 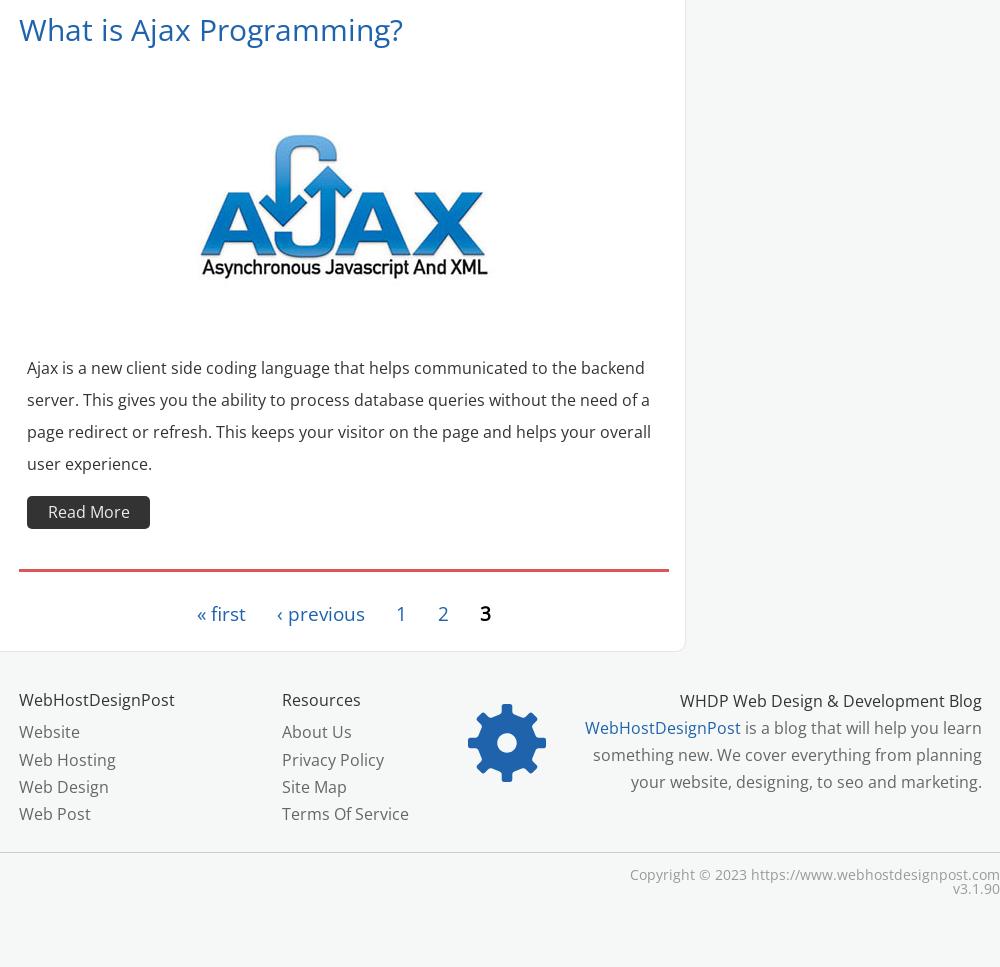 I want to click on '3', so click(x=483, y=613).